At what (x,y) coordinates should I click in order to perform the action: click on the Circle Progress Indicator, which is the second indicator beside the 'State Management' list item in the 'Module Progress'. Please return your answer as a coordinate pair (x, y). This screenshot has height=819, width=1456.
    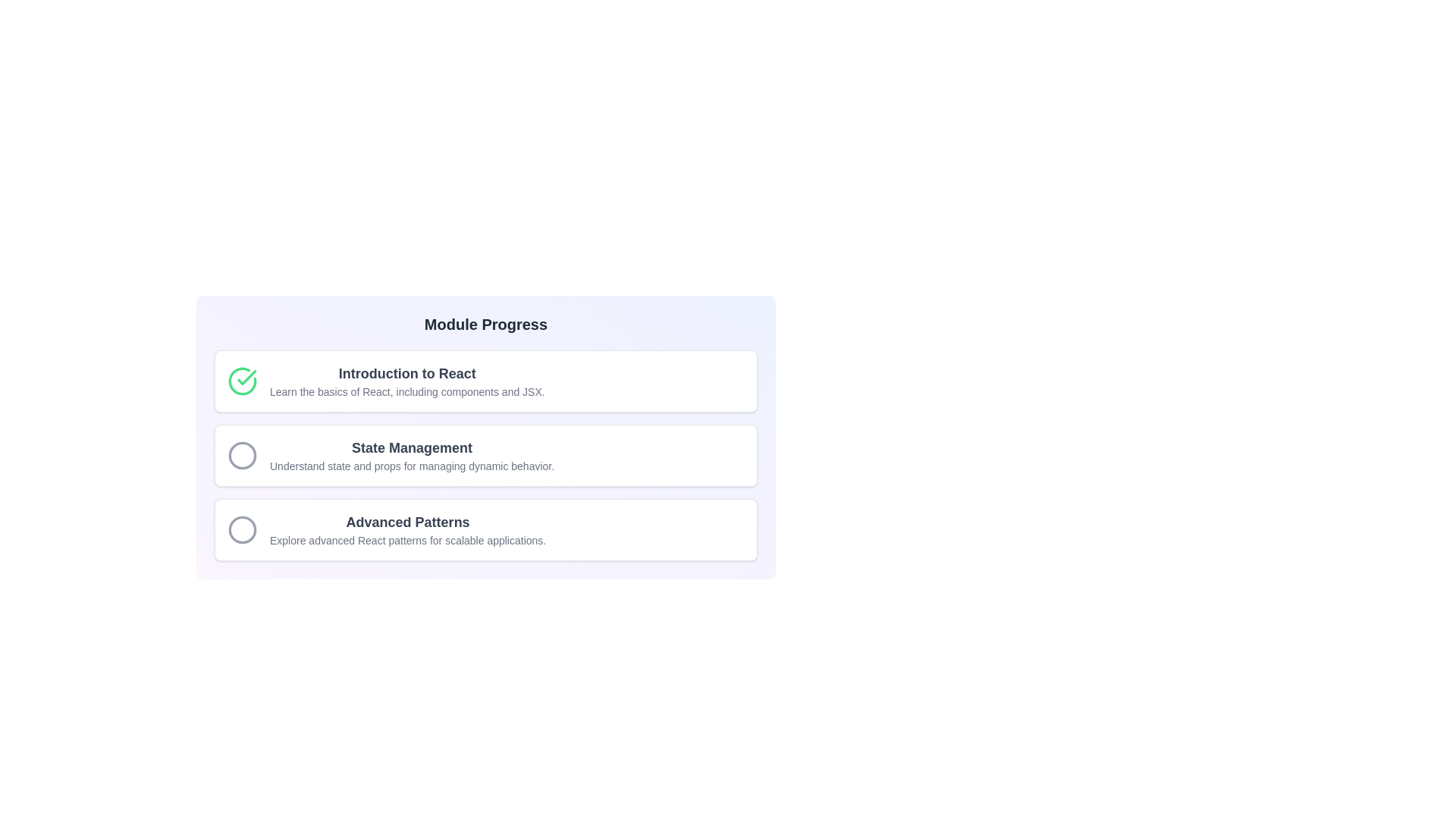
    Looking at the image, I should click on (243, 455).